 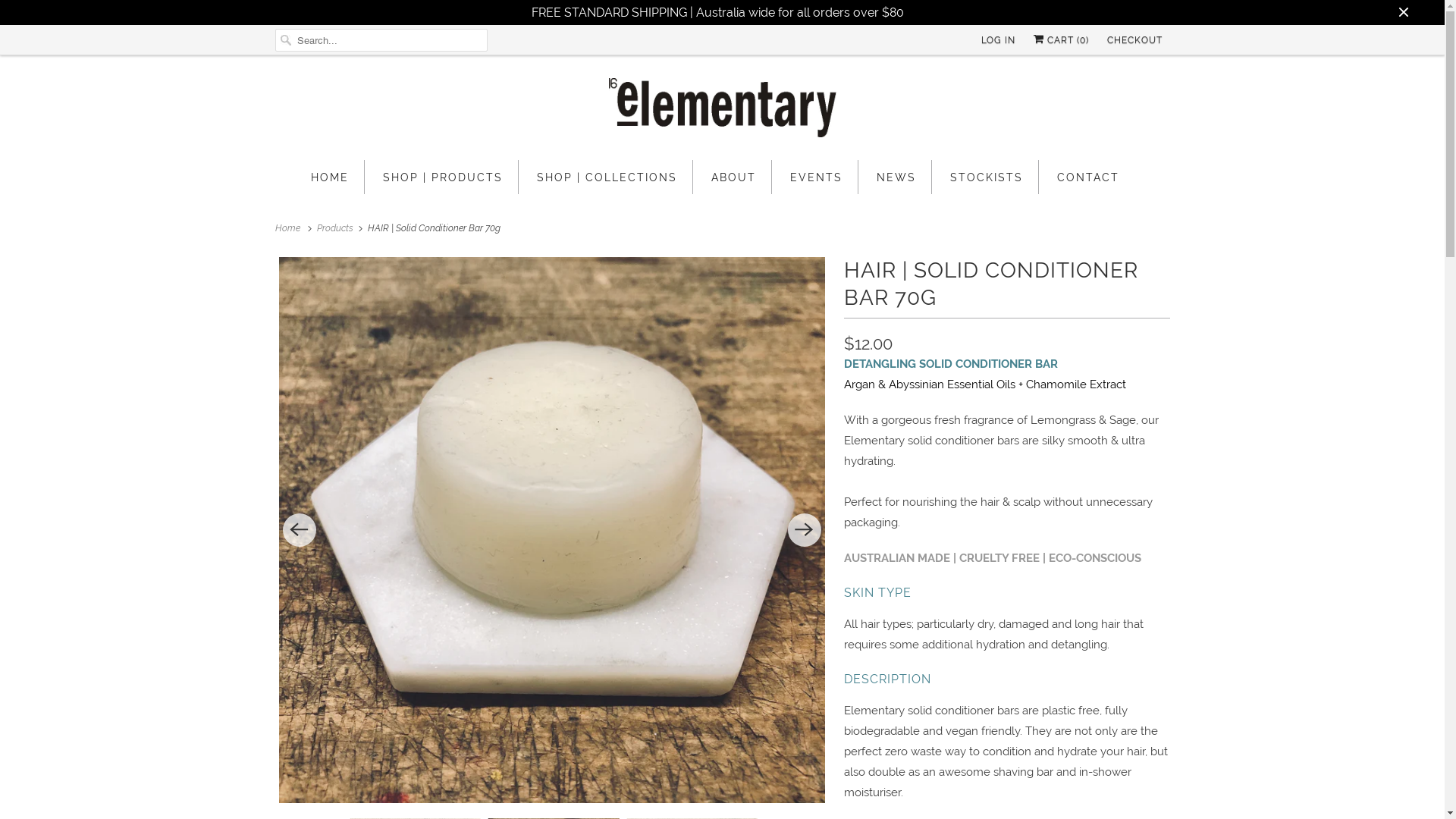 I want to click on 'EVENTS', so click(x=815, y=176).